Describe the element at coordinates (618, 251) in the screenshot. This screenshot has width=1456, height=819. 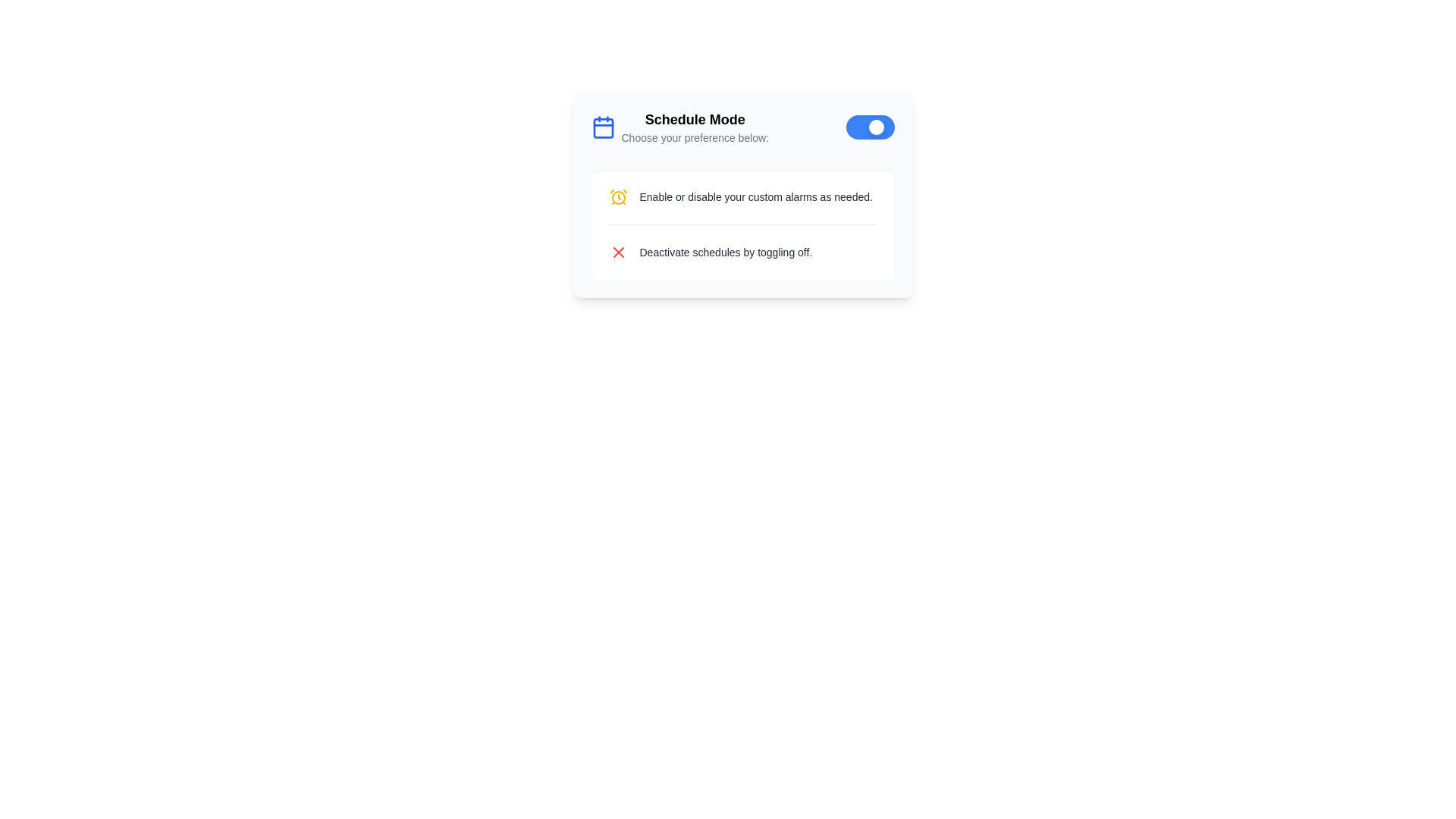
I see `the close or cancel icon located on the right-hand side of the 'Deactivate schedules by toggling off.' text to indicate negation` at that location.